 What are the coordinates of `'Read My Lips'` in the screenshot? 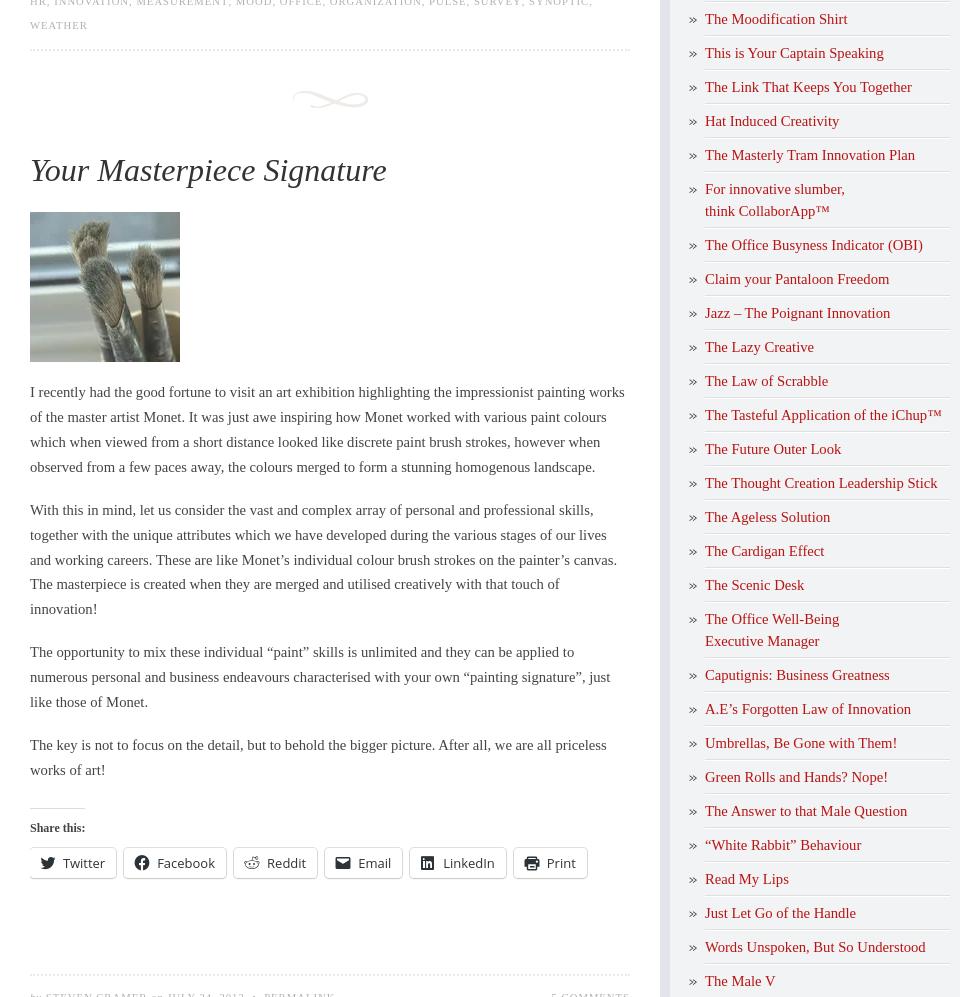 It's located at (745, 876).